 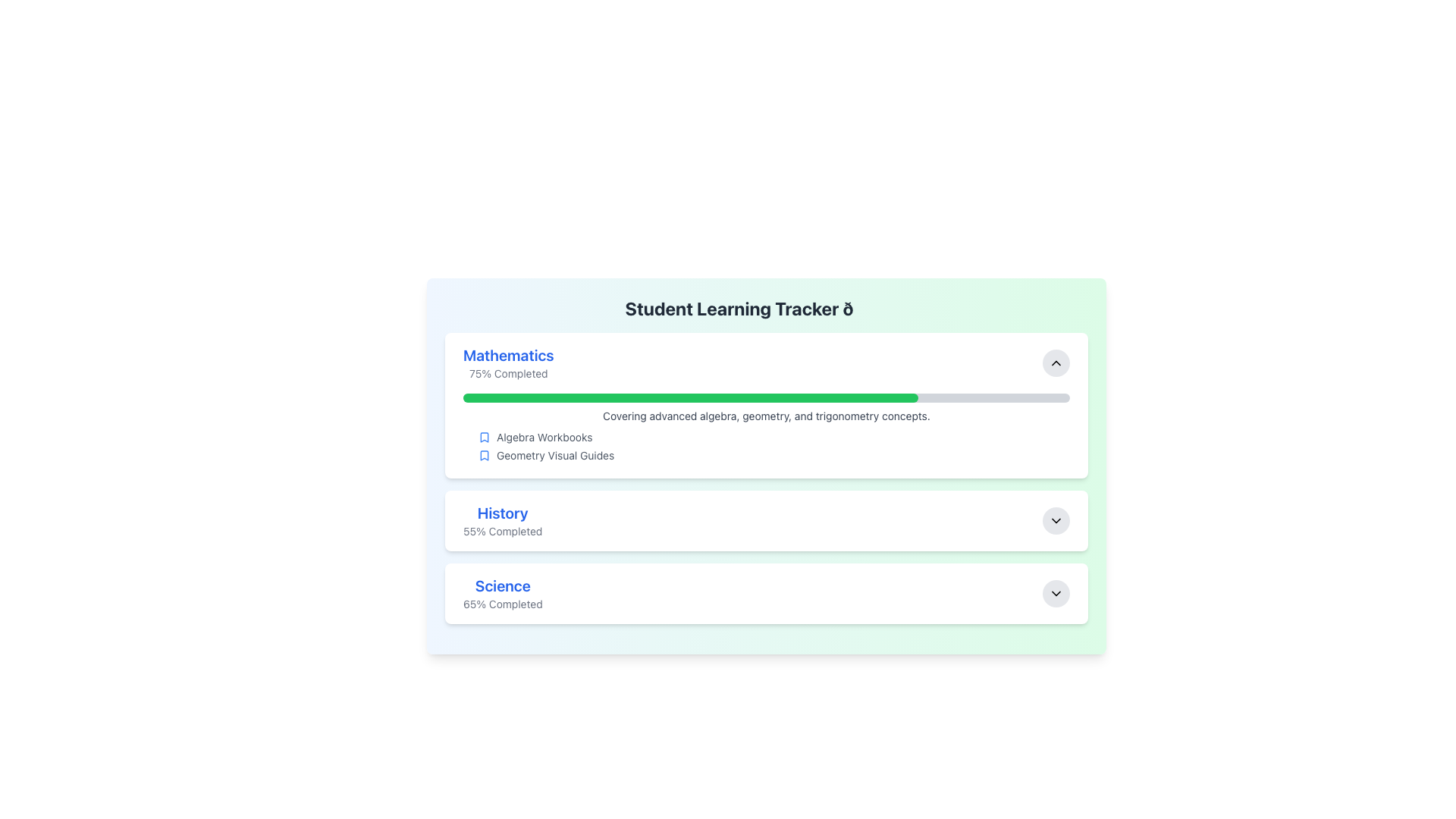 I want to click on the Text label that provides a description of advanced algebra, geometry, and trigonometry, located below the green progress bar in the top section of the interface, so click(x=767, y=416).